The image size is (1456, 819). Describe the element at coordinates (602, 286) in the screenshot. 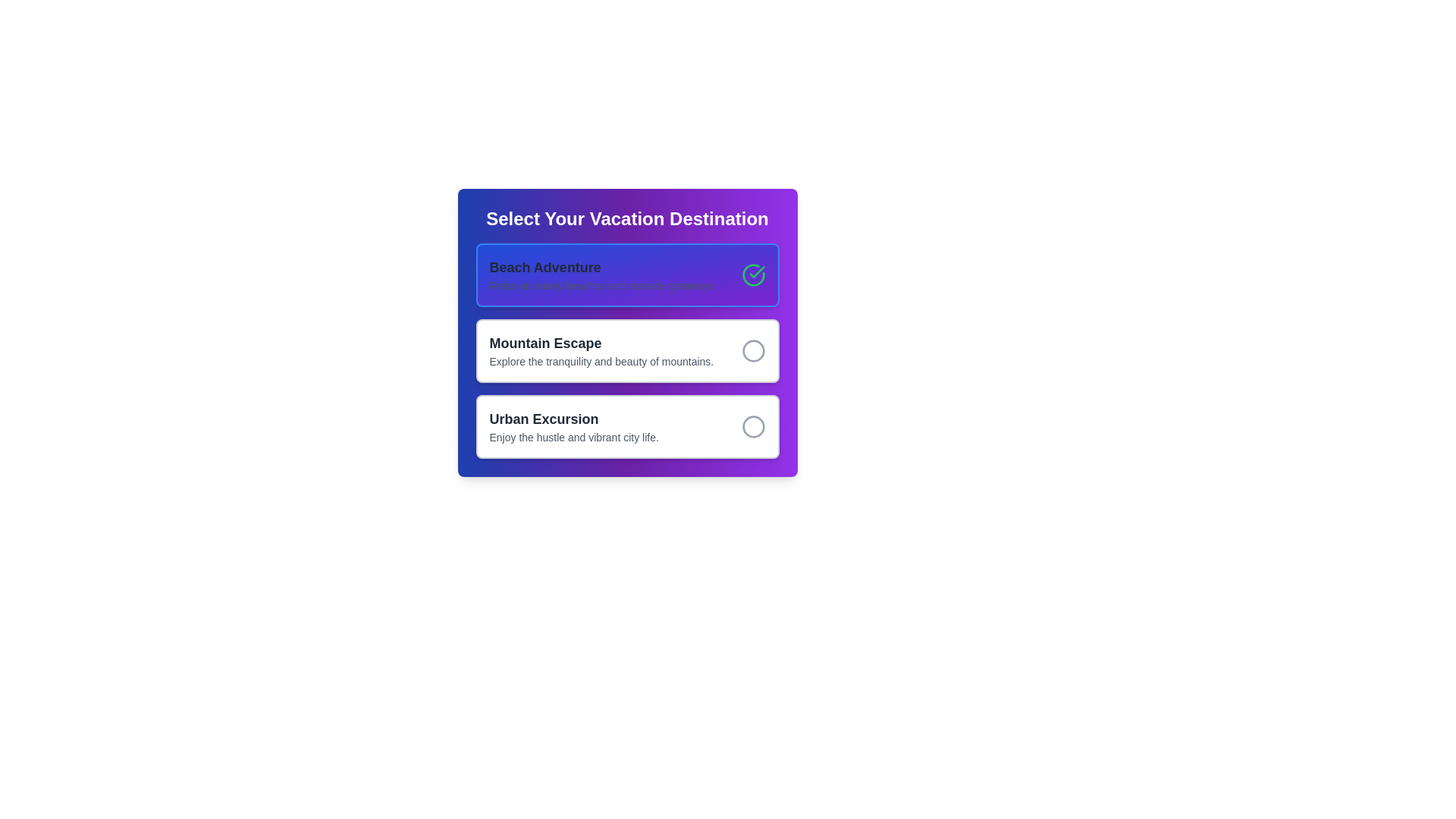

I see `the descriptive Static Text element located beneath the heading 'Beach Adventure' in the vacation selection interface` at that location.